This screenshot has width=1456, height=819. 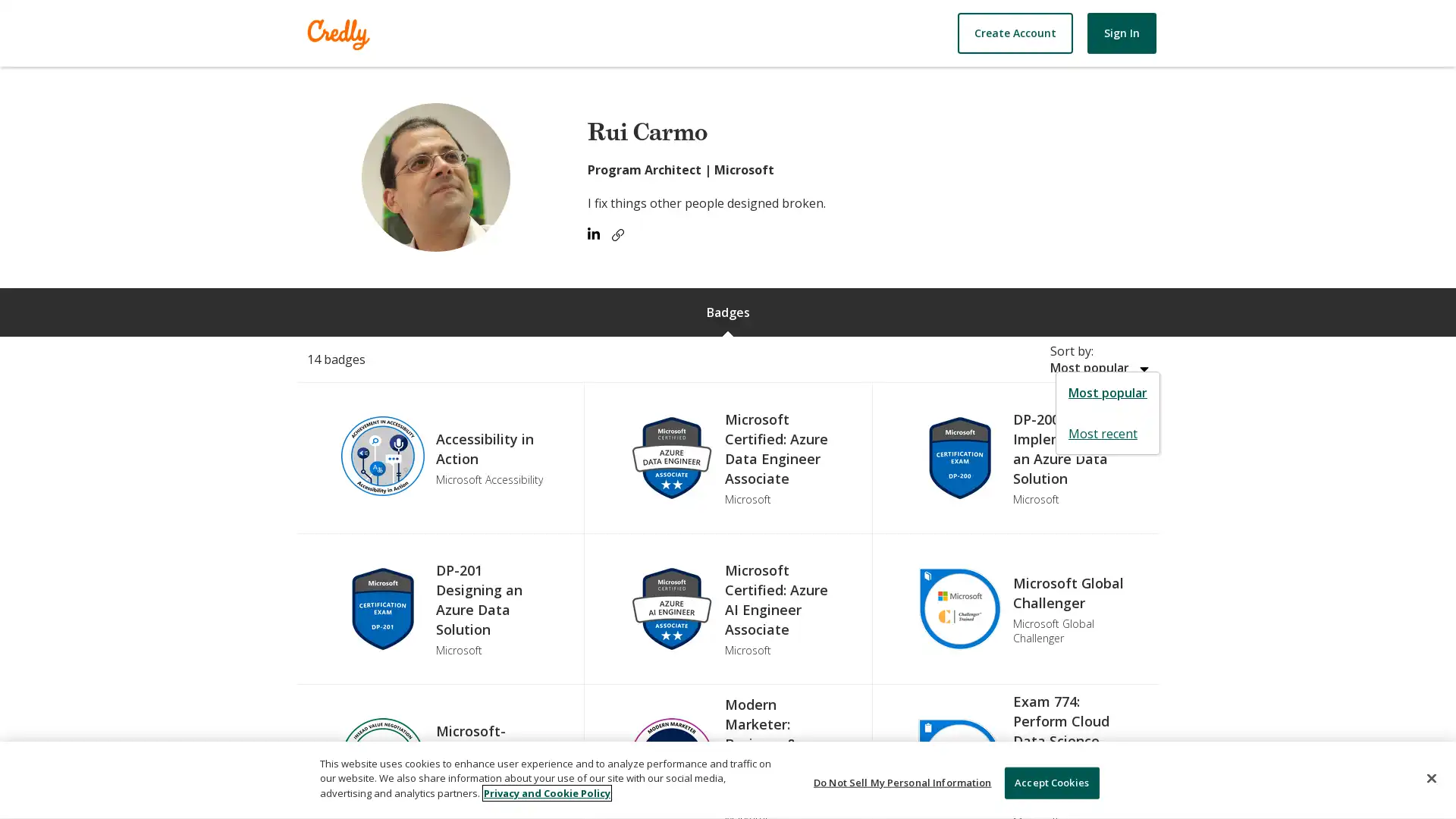 I want to click on Accept Cookies, so click(x=1050, y=783).